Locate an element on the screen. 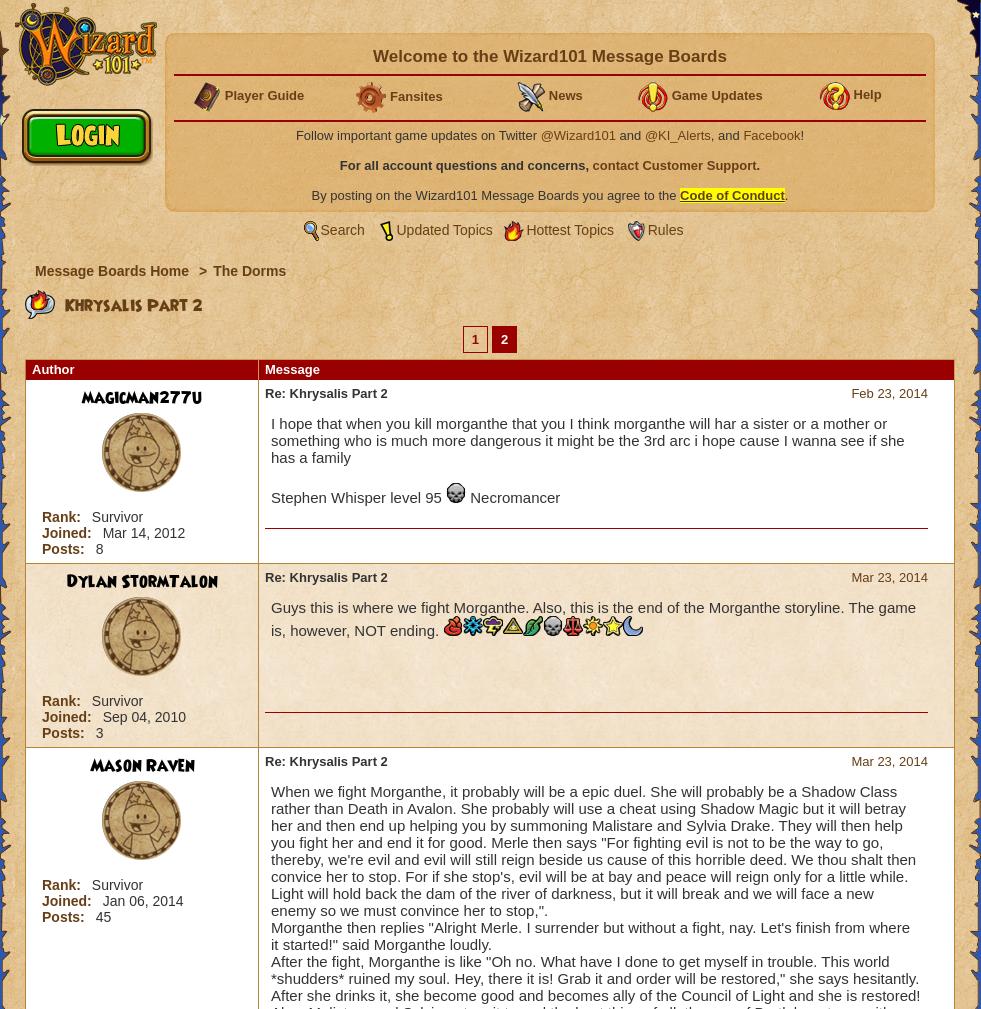  '>' is located at coordinates (196, 270).